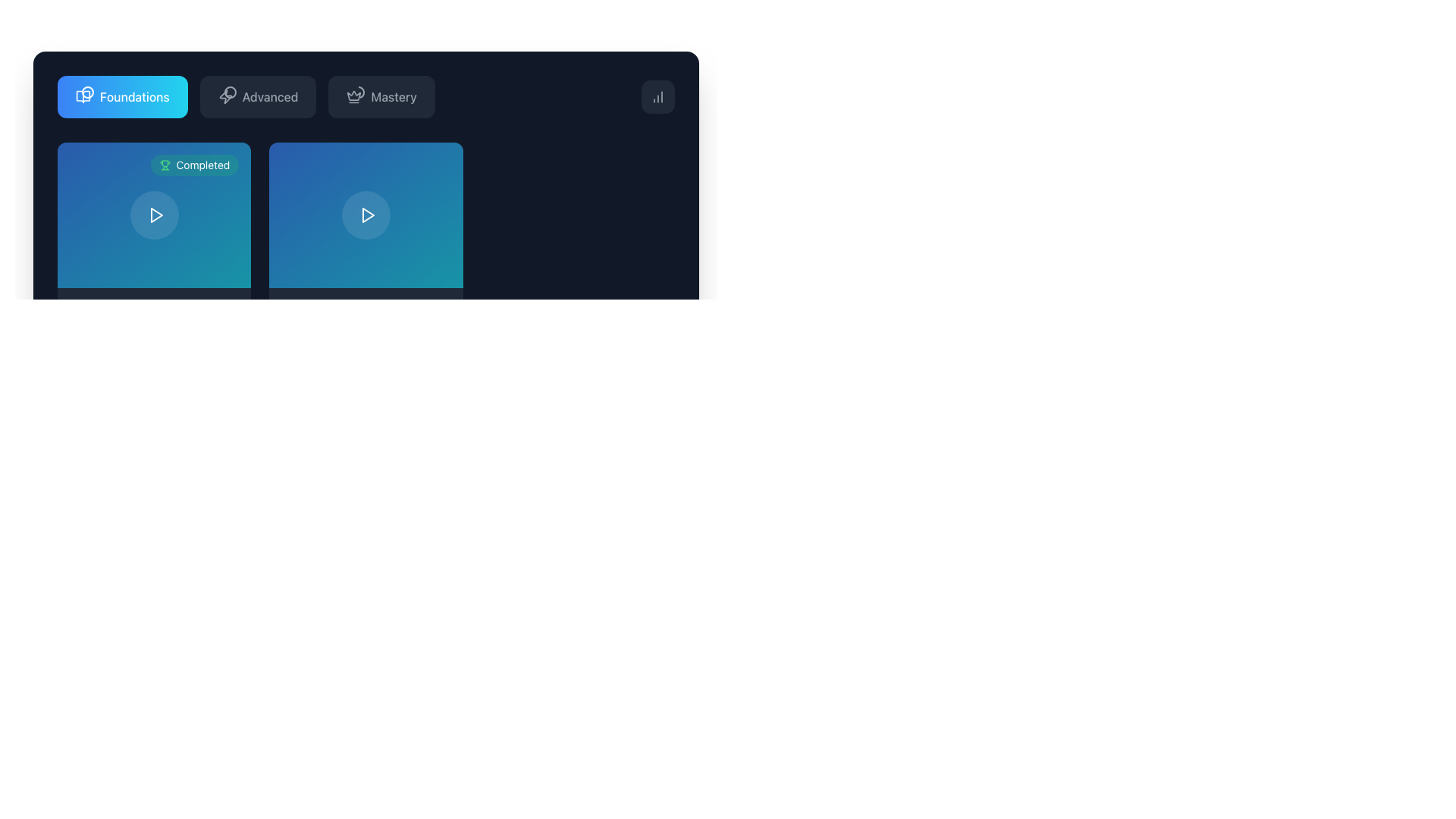  What do you see at coordinates (366, 278) in the screenshot?
I see `the interactive card with a play button design located in the second column of the grid layout, positioned to the right of the 'Completed' card` at bounding box center [366, 278].